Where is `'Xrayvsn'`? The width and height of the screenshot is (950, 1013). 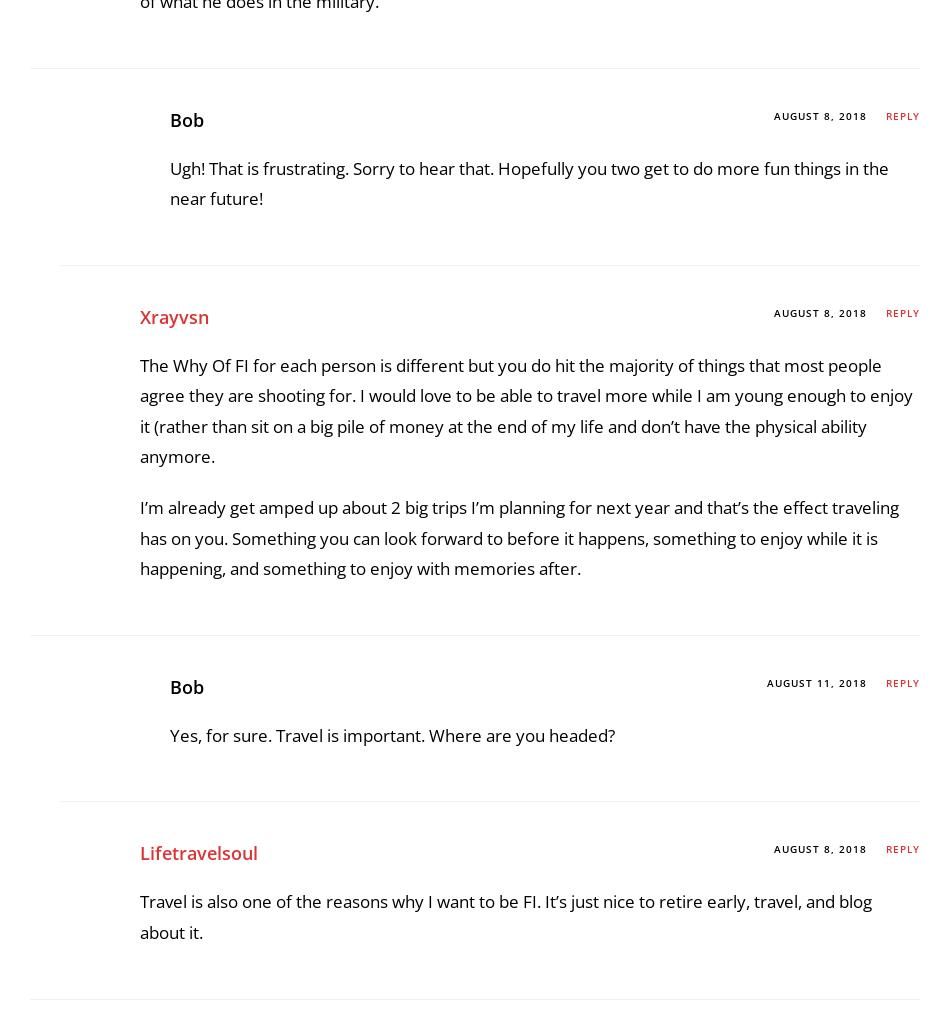
'Xrayvsn' is located at coordinates (174, 877).